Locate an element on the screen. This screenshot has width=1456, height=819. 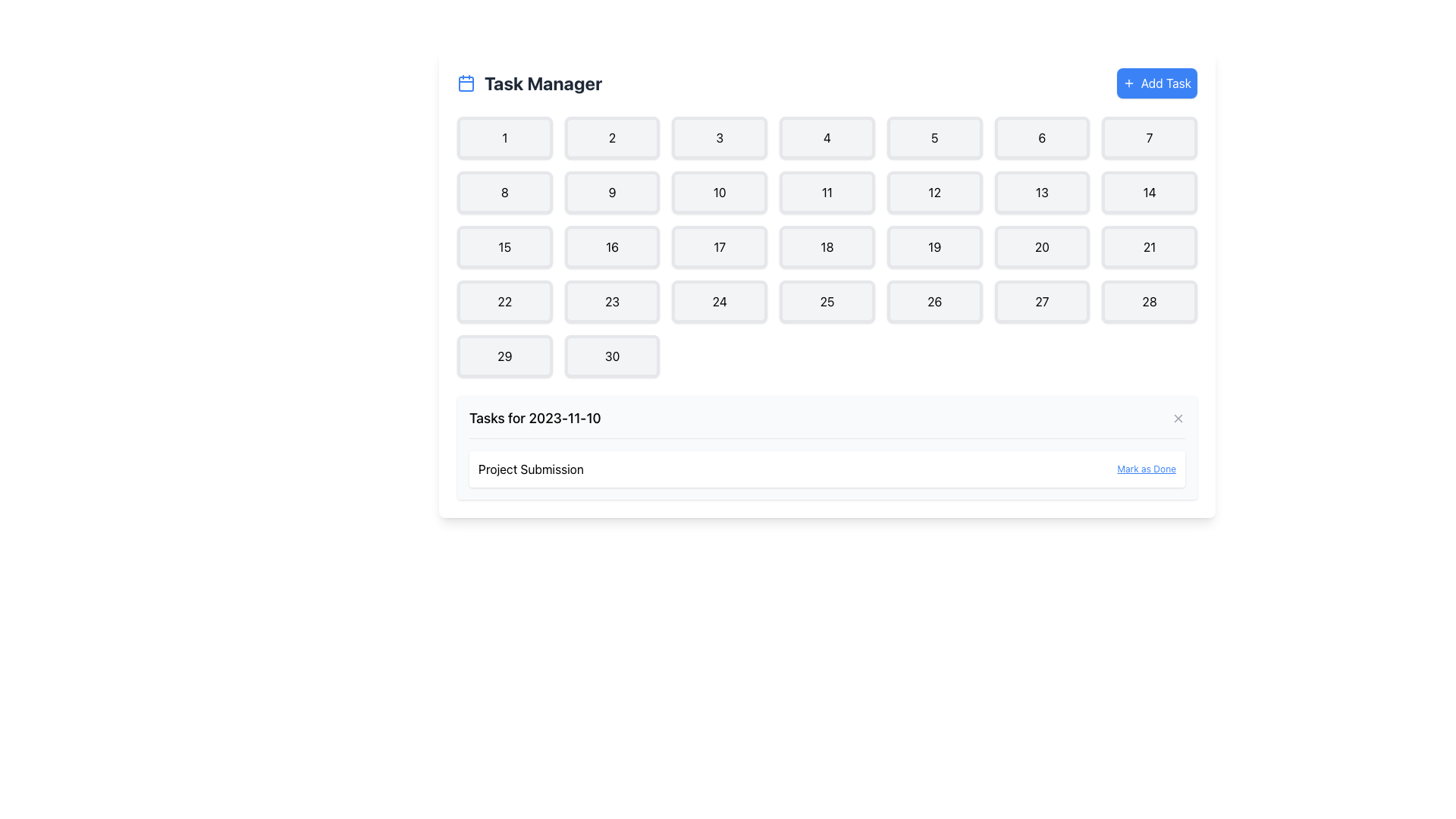
the button located in the top-right corner of the 'Task Manager' section is located at coordinates (1156, 83).